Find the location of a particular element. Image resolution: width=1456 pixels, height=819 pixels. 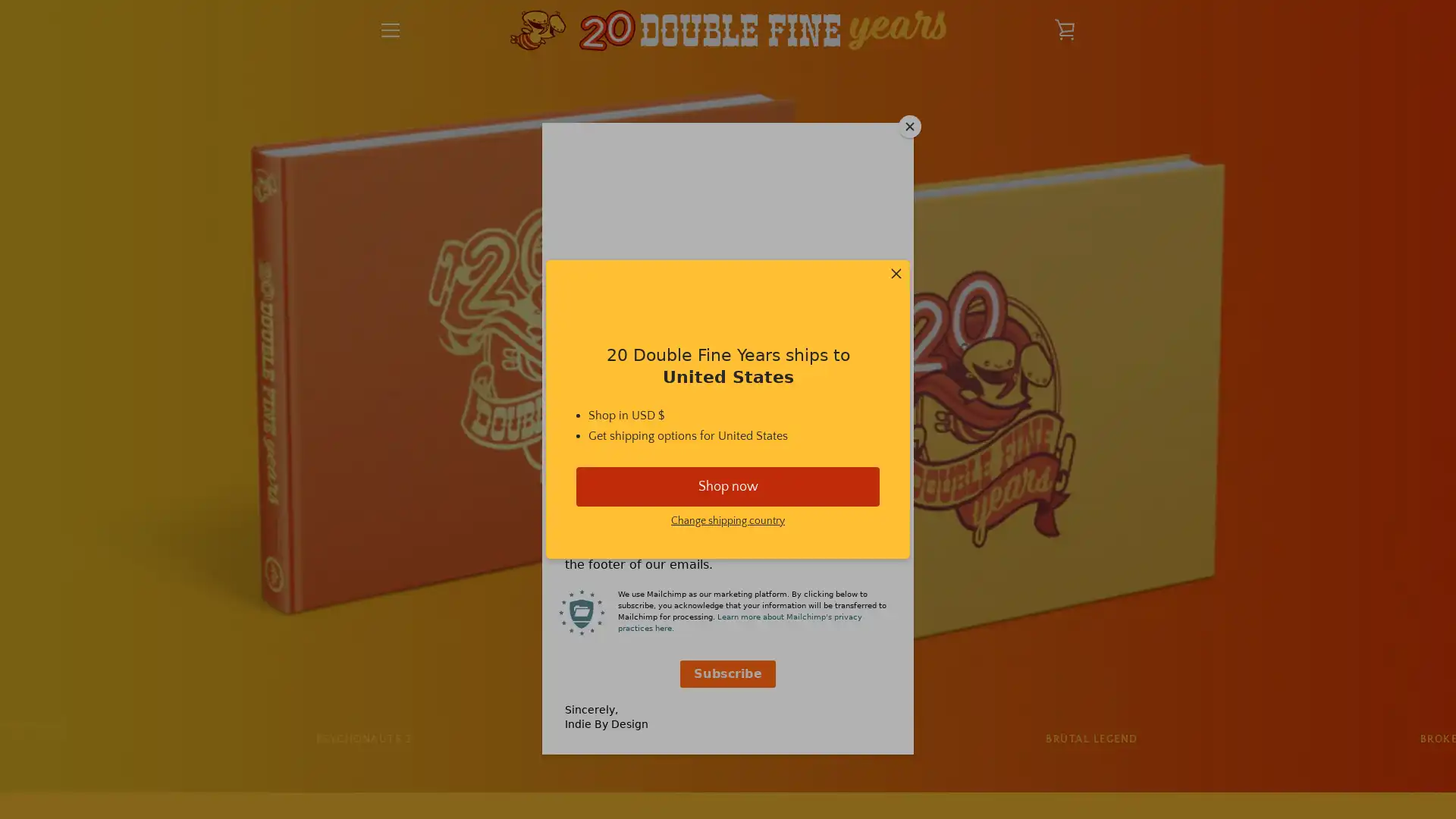

MENU is located at coordinates (390, 30).